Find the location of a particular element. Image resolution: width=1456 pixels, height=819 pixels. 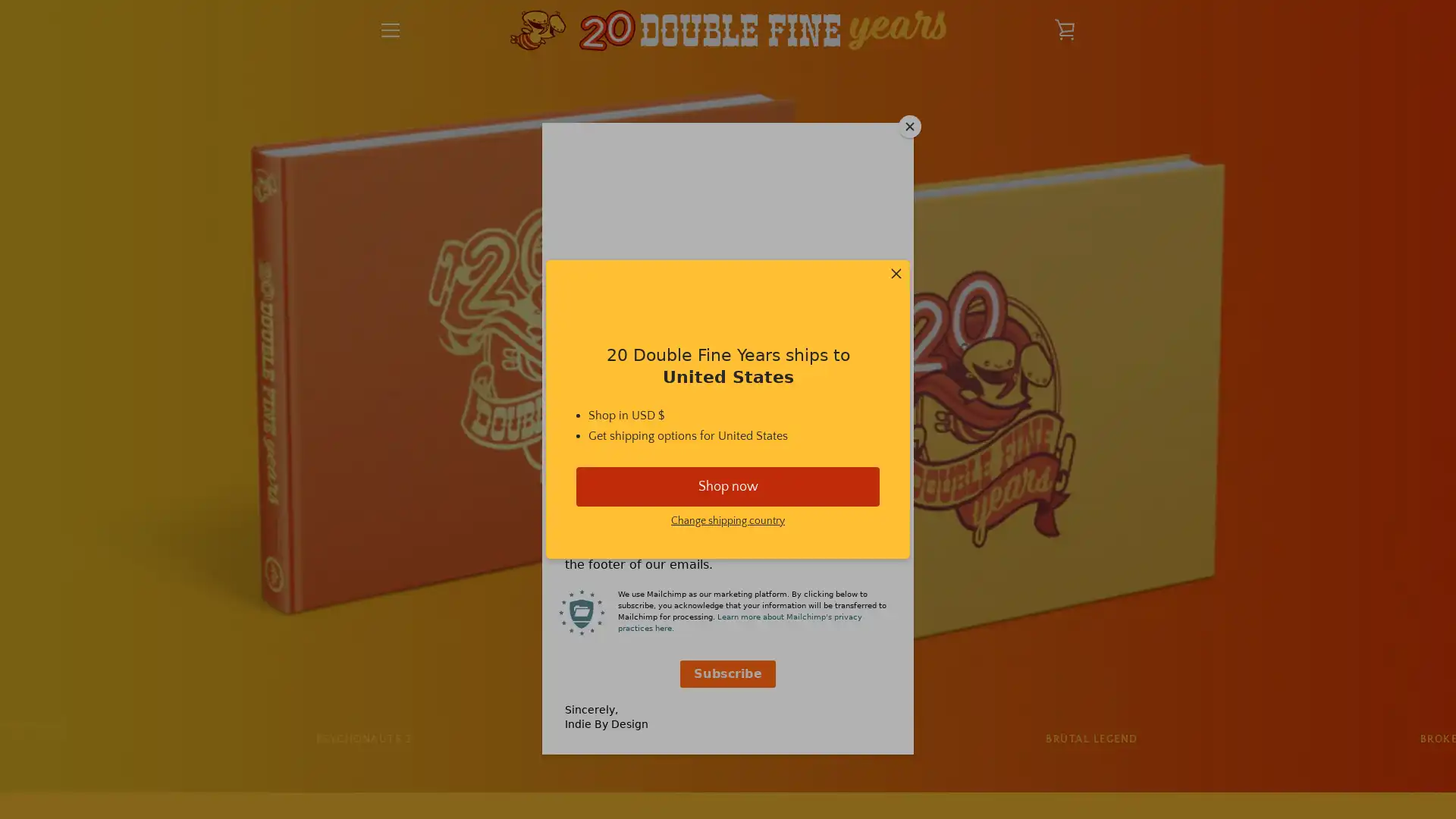

MENU is located at coordinates (390, 30).